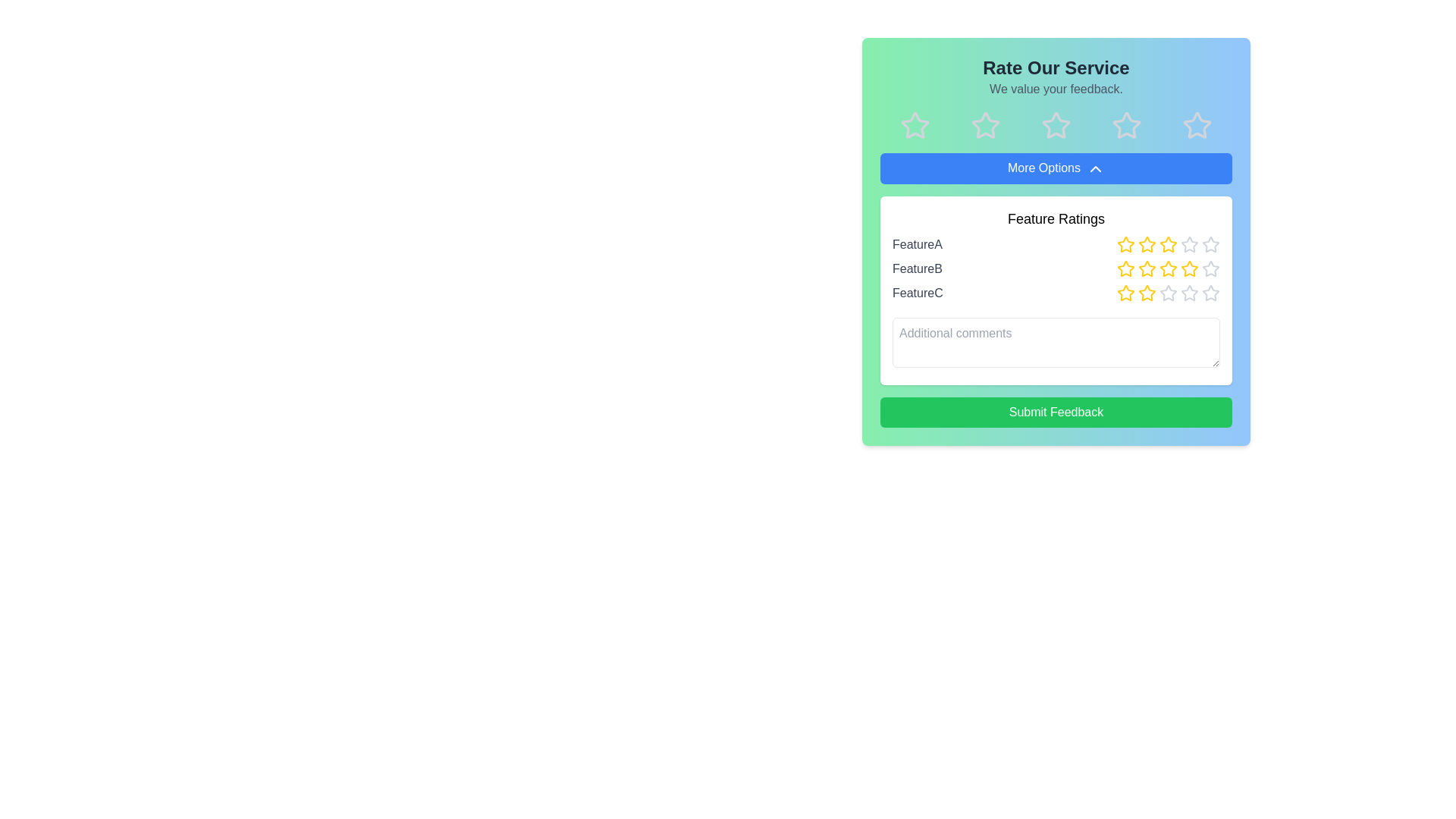 The width and height of the screenshot is (1456, 819). What do you see at coordinates (1125, 292) in the screenshot?
I see `the second star in the rating system for FeatureC` at bounding box center [1125, 292].